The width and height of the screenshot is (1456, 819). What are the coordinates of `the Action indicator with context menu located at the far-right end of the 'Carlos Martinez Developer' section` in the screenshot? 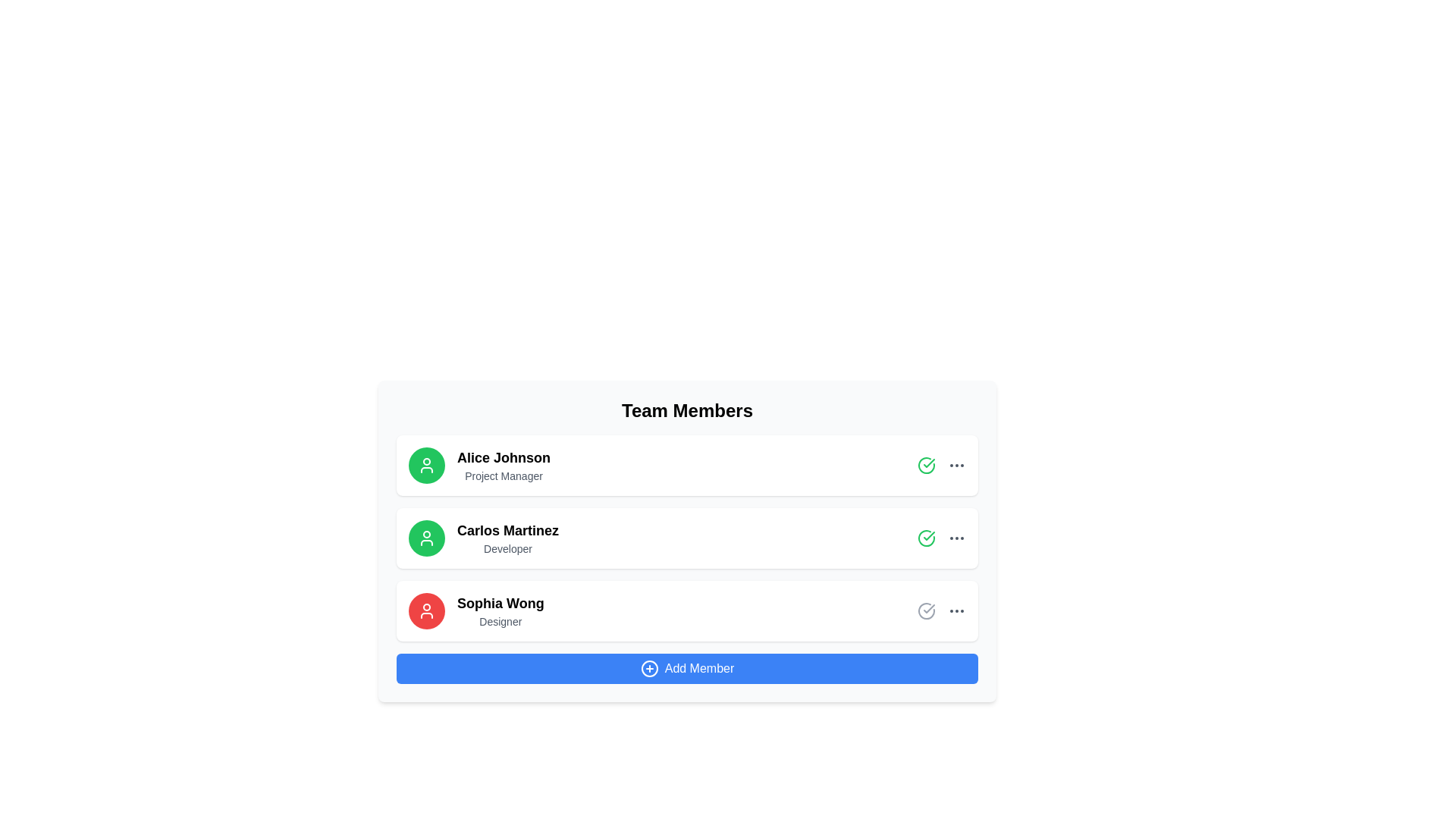 It's located at (941, 537).